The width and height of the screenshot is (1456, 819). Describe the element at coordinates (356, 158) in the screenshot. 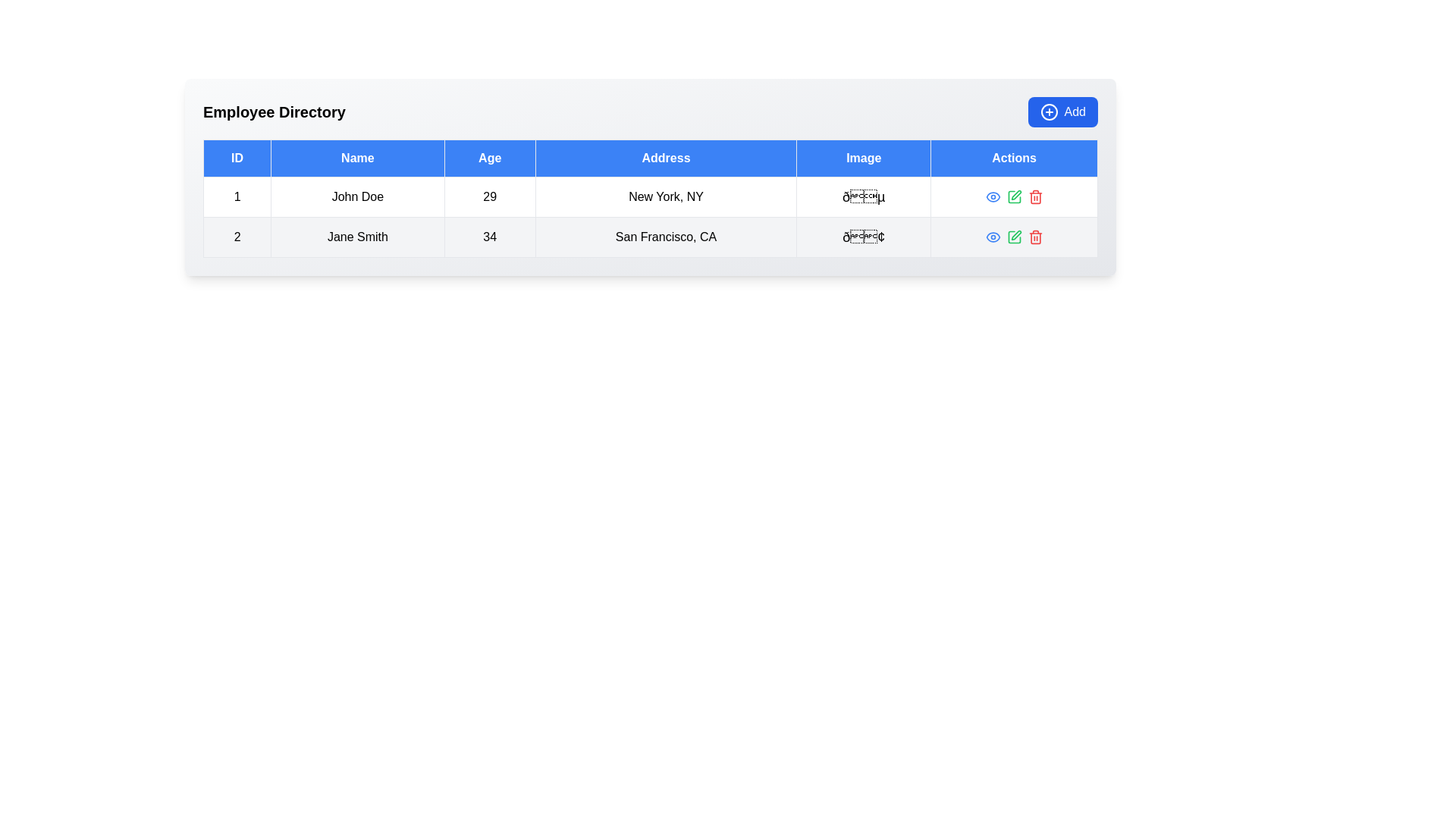

I see `the text 'Name' in the blue rectangular table header positioned between the 'ID' and 'Age' headers` at that location.